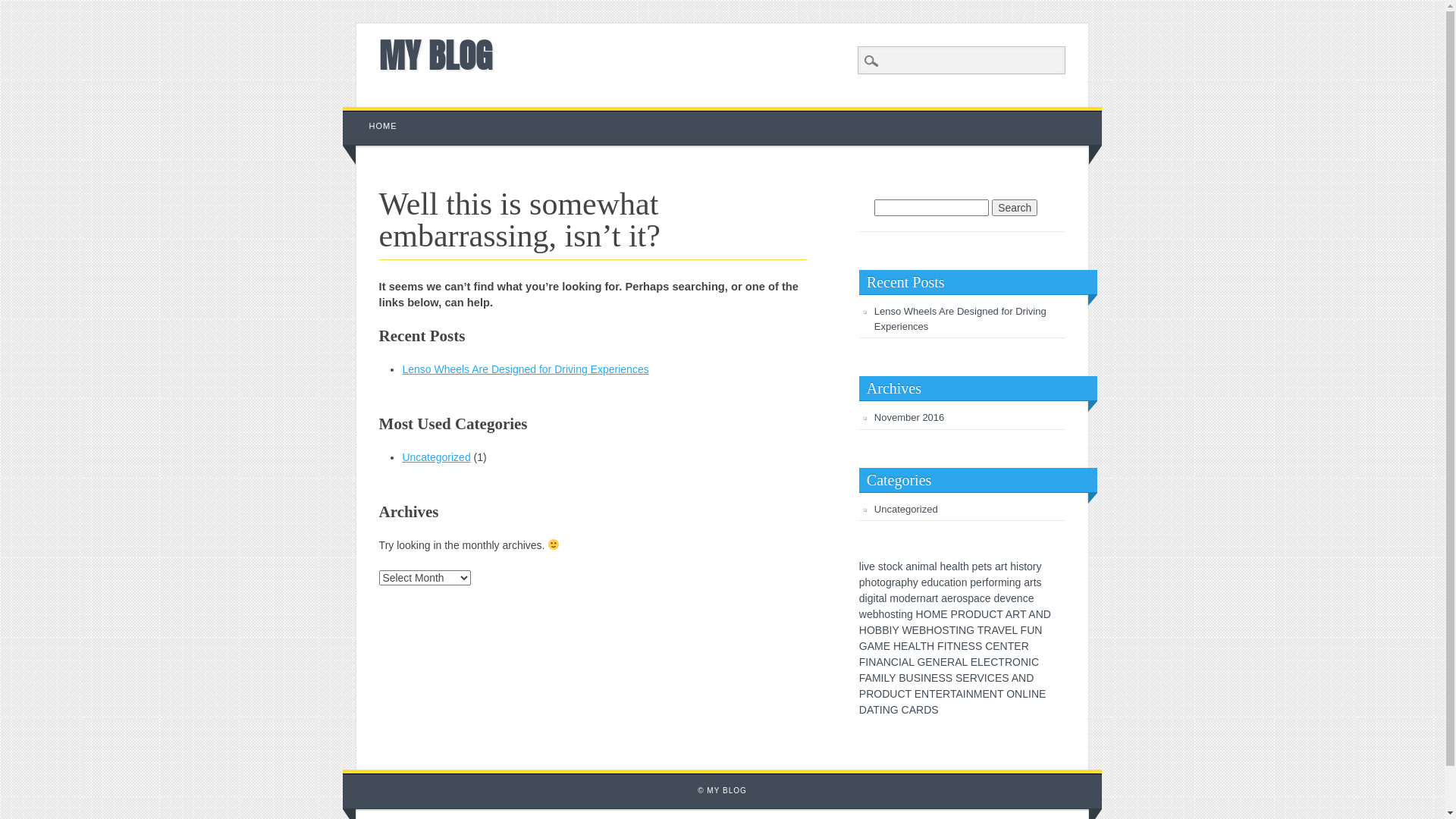  What do you see at coordinates (915, 598) in the screenshot?
I see `'r'` at bounding box center [915, 598].